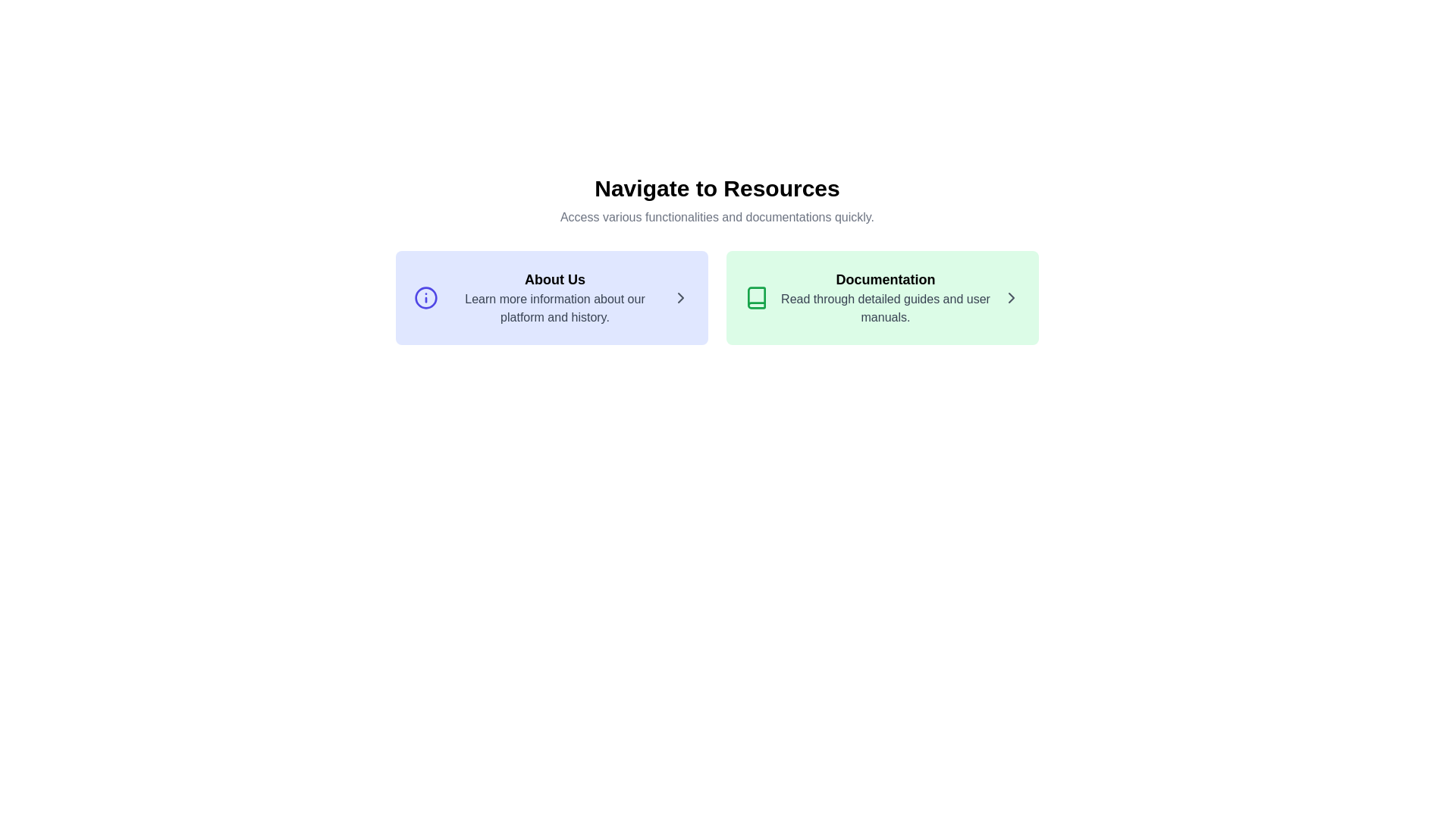 The width and height of the screenshot is (1456, 819). I want to click on the text element styled in gray that reads 'Access various functionalities and documentations quickly.' which is located directly beneath the bold headline 'Navigate to Resources.', so click(716, 217).